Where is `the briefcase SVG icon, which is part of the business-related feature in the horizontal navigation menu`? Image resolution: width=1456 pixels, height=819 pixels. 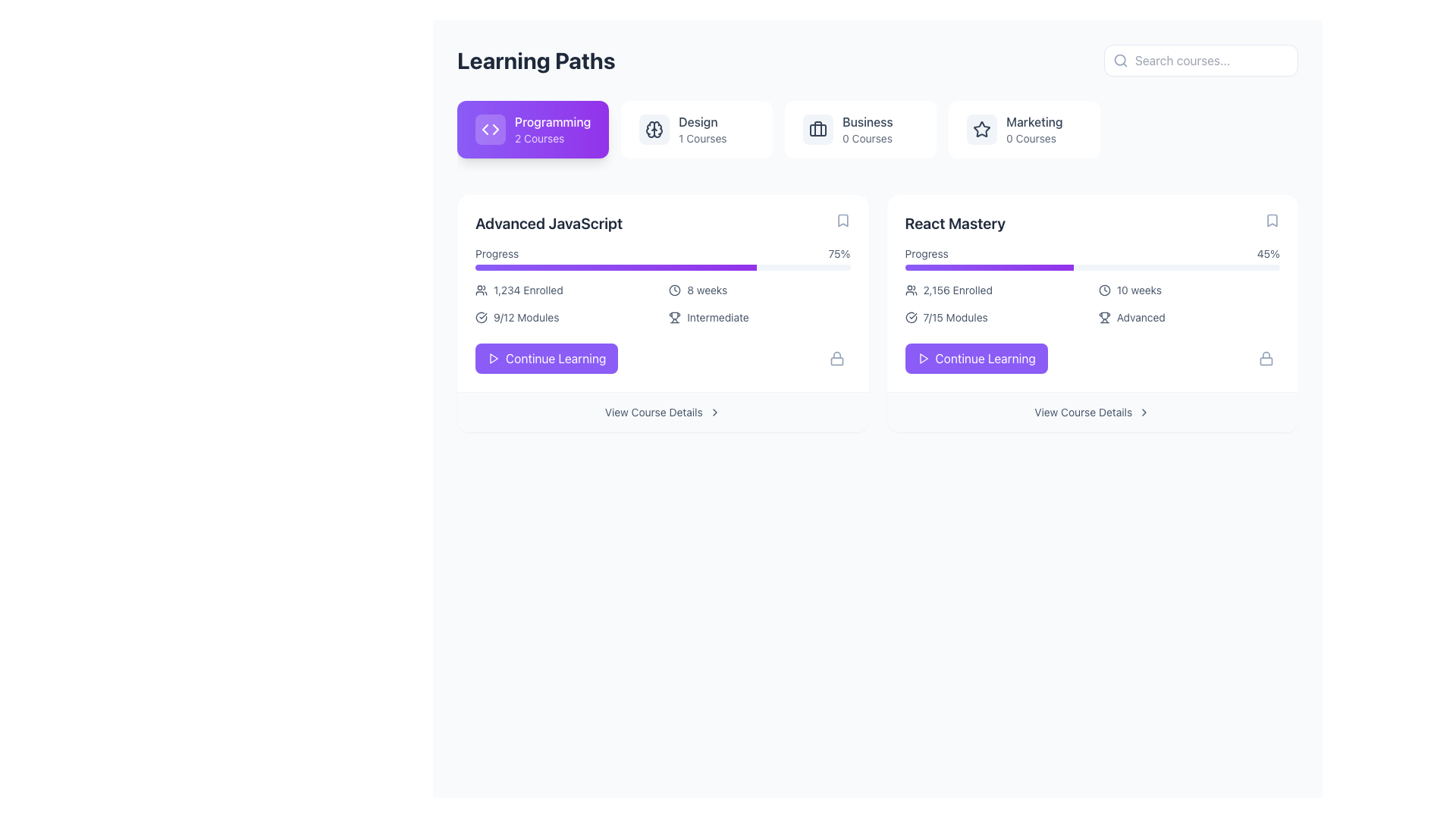 the briefcase SVG icon, which is part of the business-related feature in the horizontal navigation menu is located at coordinates (817, 128).